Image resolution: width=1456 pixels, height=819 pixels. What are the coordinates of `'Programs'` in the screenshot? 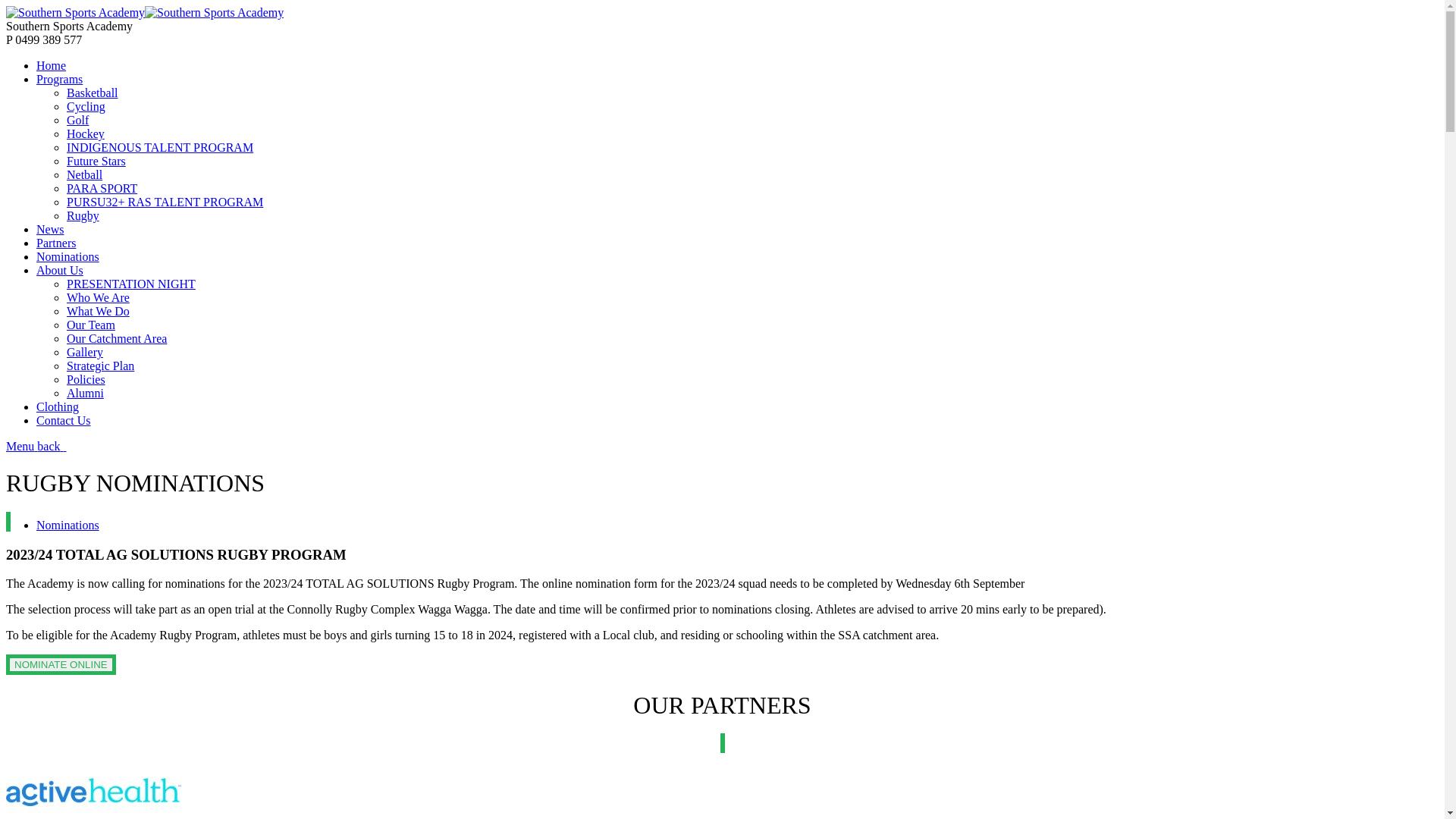 It's located at (36, 79).